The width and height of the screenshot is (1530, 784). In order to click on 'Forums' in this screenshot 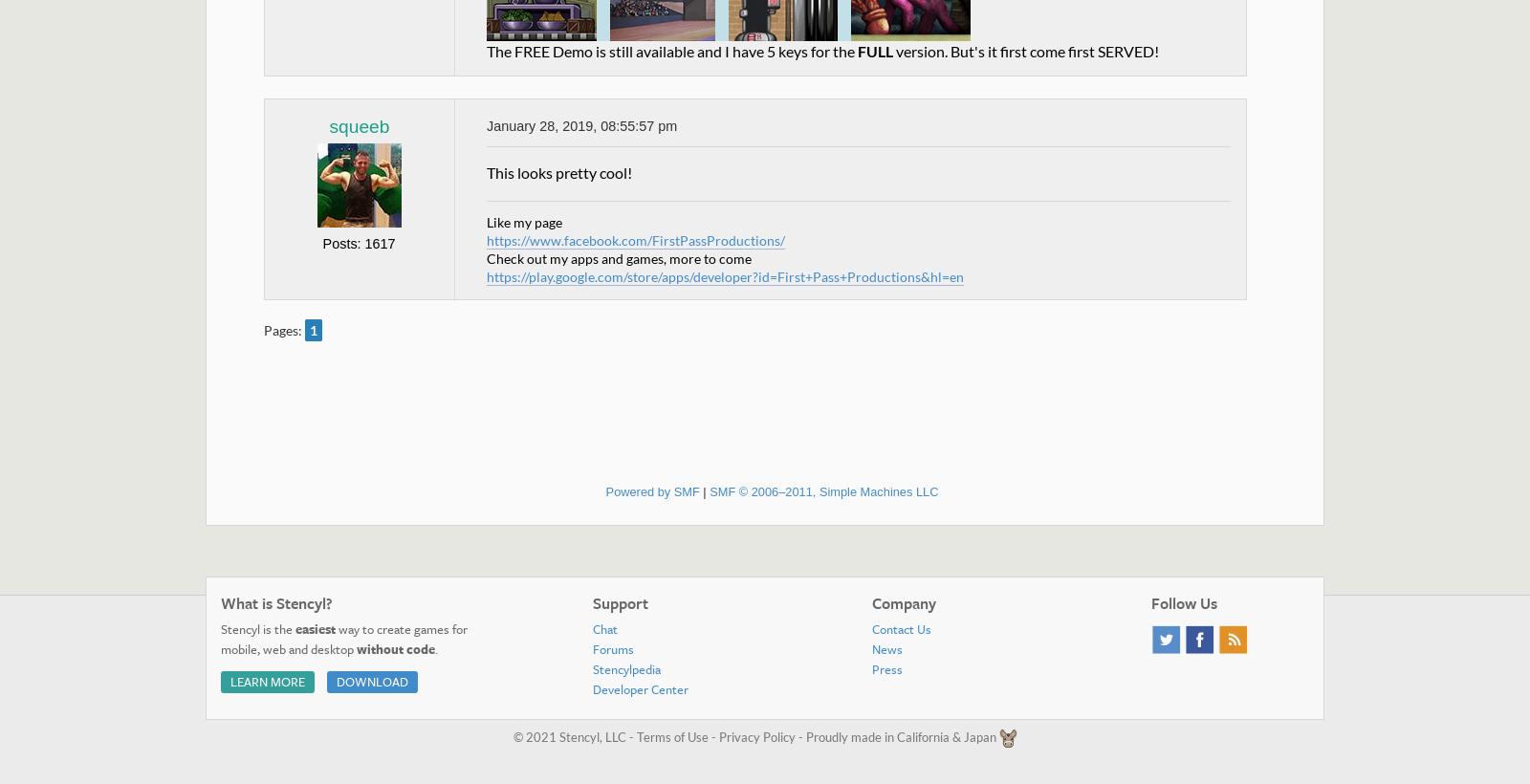, I will do `click(613, 647)`.